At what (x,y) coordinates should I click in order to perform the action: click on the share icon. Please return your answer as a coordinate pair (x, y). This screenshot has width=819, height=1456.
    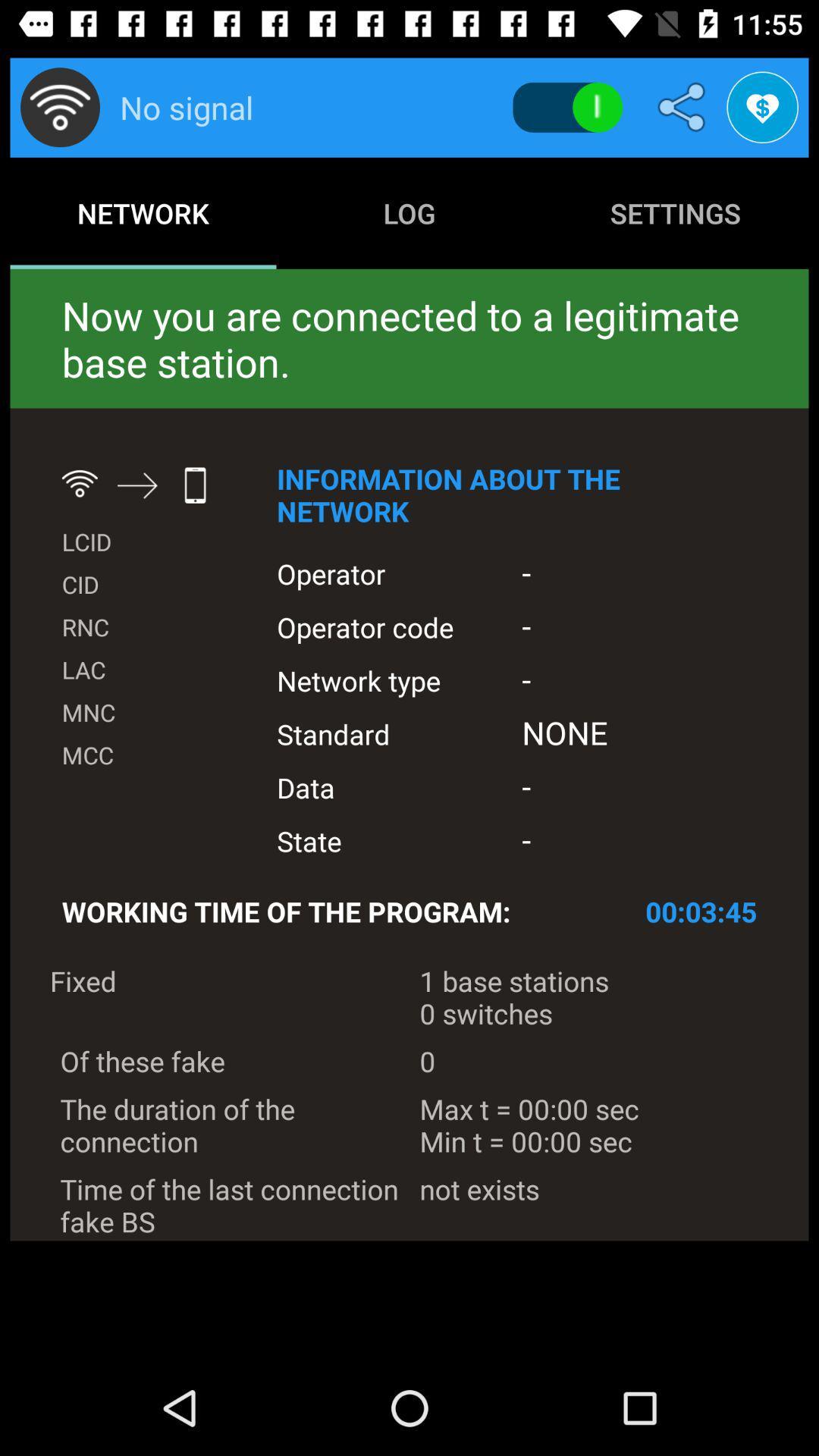
    Looking at the image, I should click on (684, 106).